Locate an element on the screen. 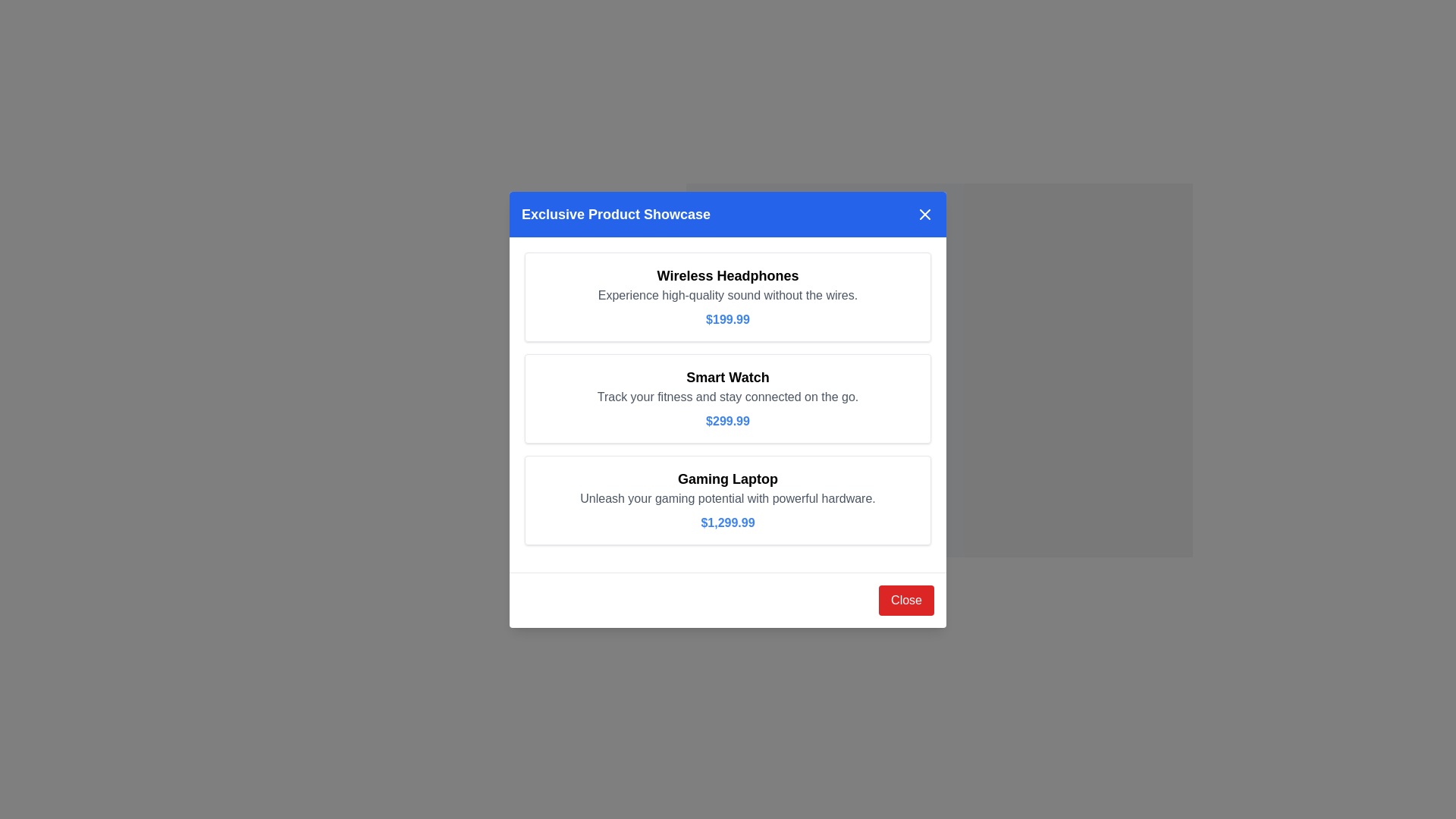 Image resolution: width=1456 pixels, height=819 pixels. the 'X' icon button in the top-right corner of the modal dialog is located at coordinates (924, 214).